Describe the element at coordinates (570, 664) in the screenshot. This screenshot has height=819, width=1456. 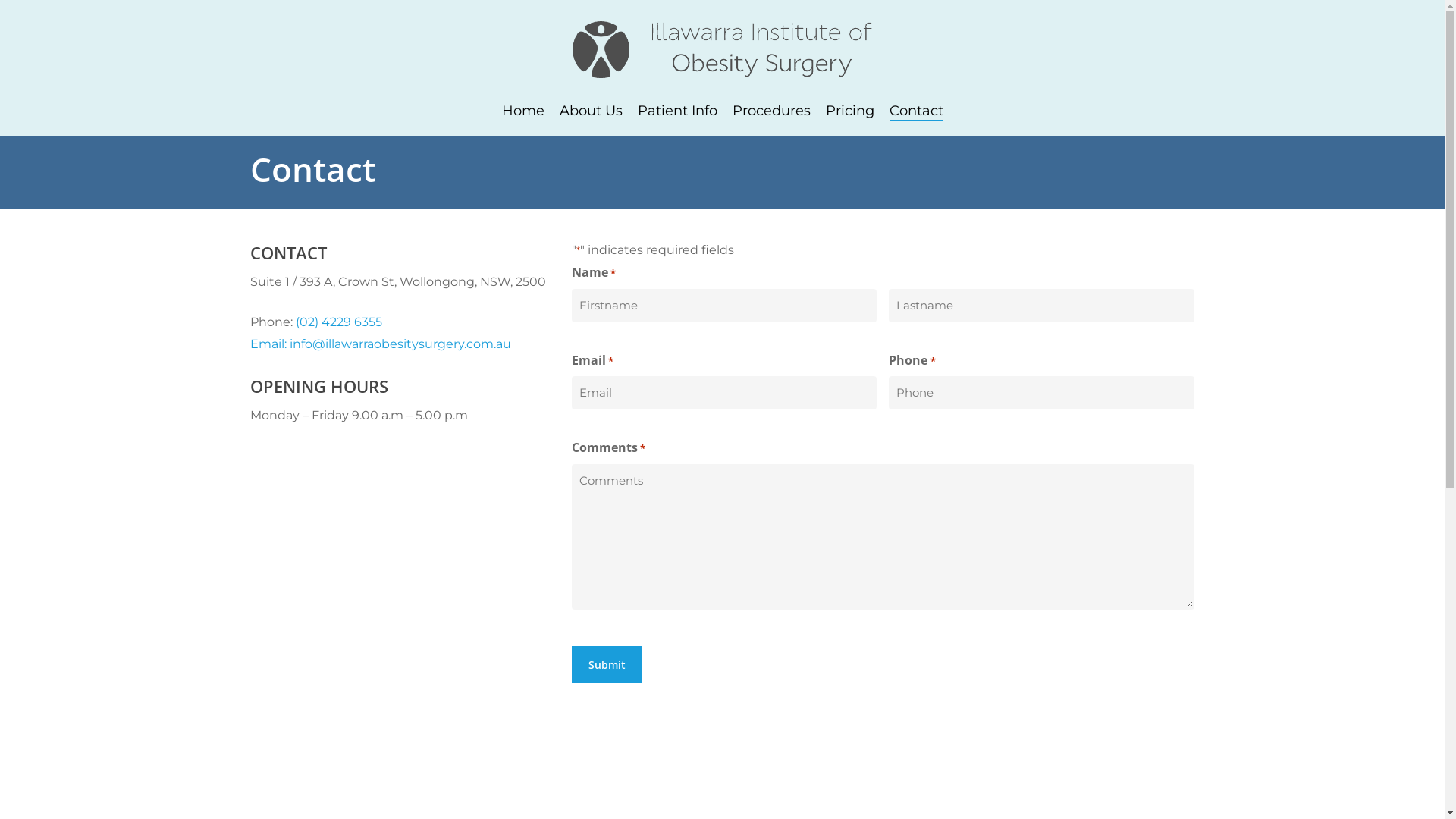
I see `'Submit'` at that location.